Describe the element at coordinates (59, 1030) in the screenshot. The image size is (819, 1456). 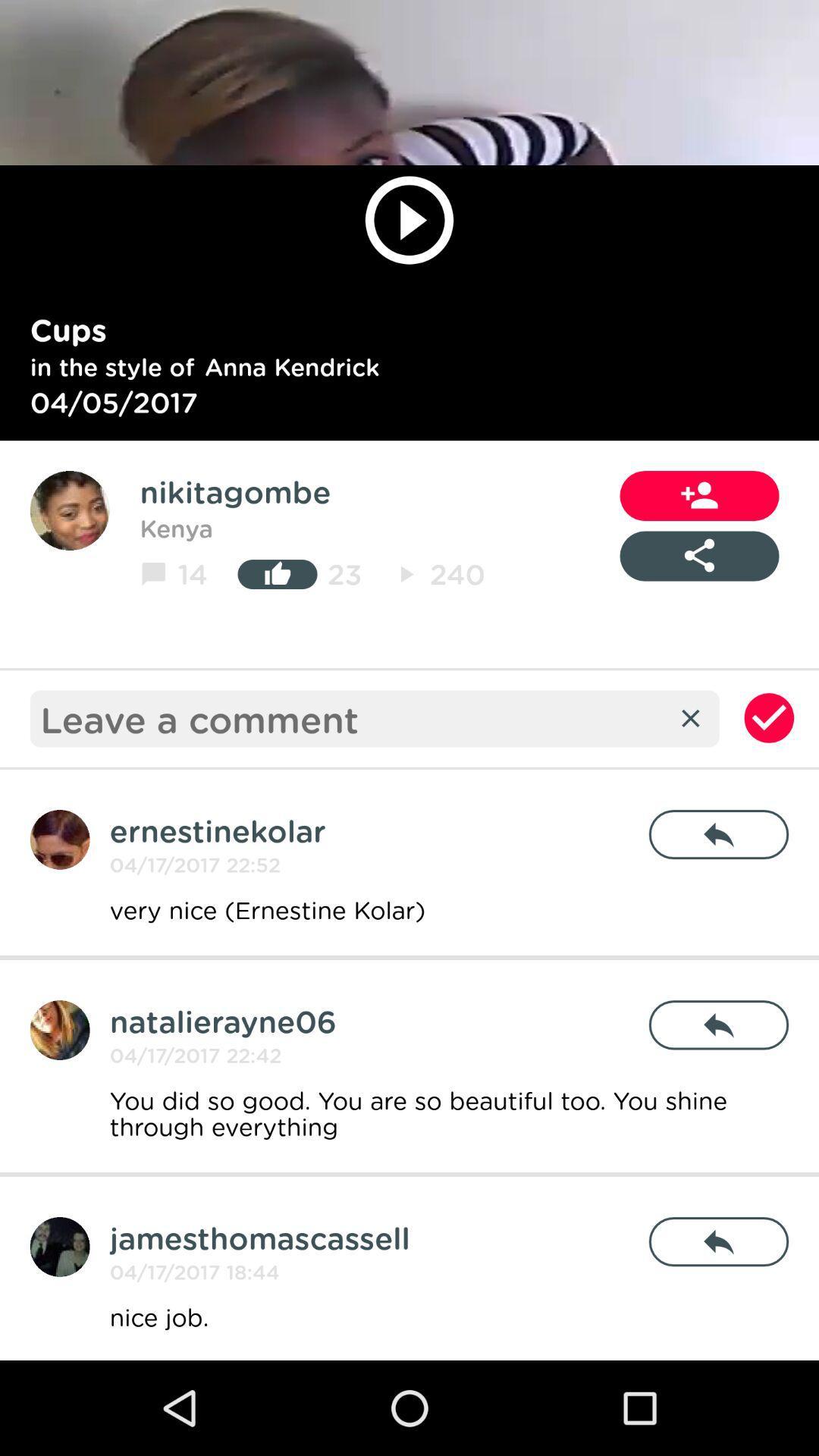
I see `tap to go to profile` at that location.